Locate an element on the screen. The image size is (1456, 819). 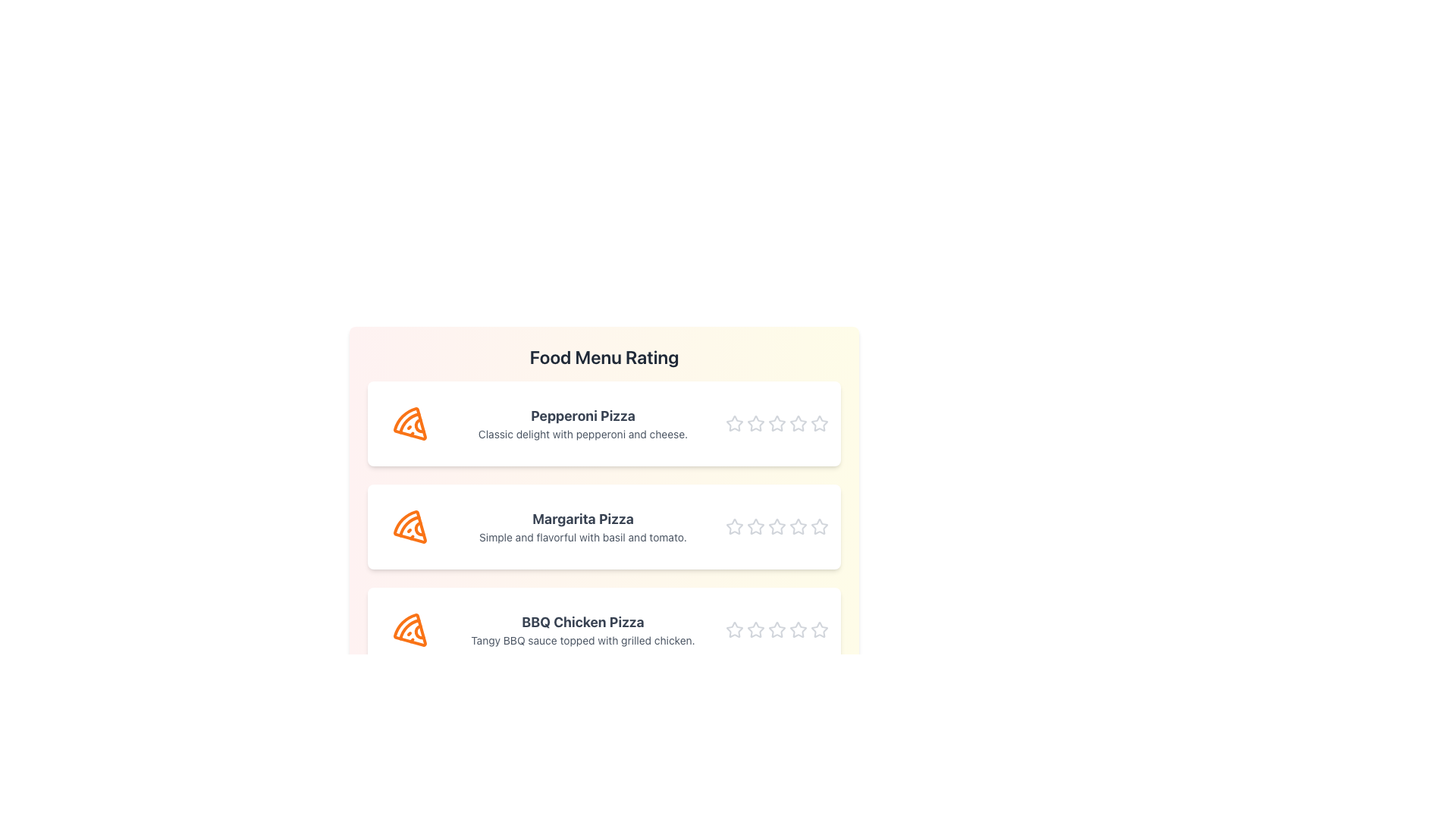
the vibrant orange pizza slice icon located in the third card of the menu items list is located at coordinates (410, 629).